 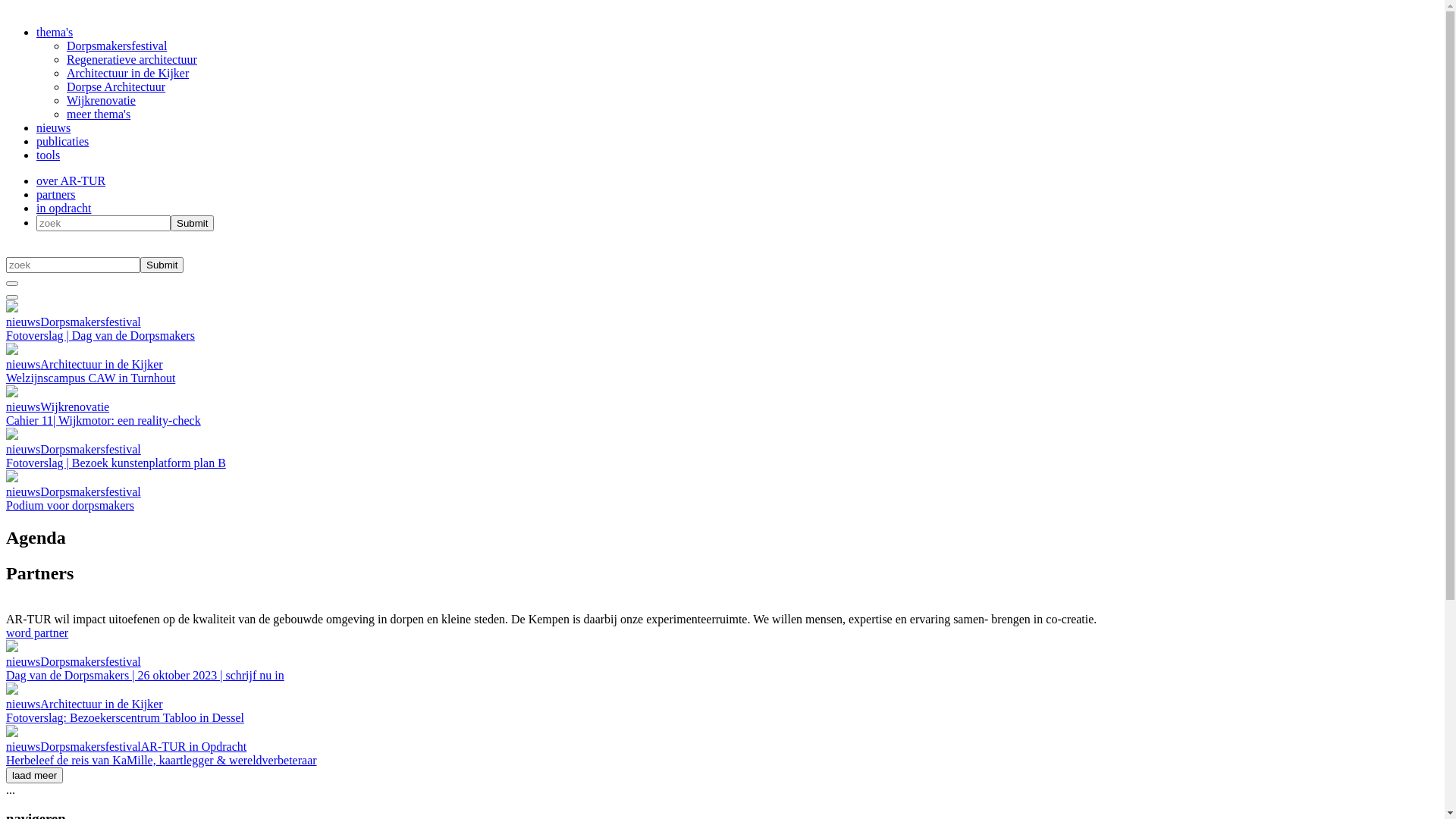 I want to click on 'over AR-TUR', so click(x=36, y=180).